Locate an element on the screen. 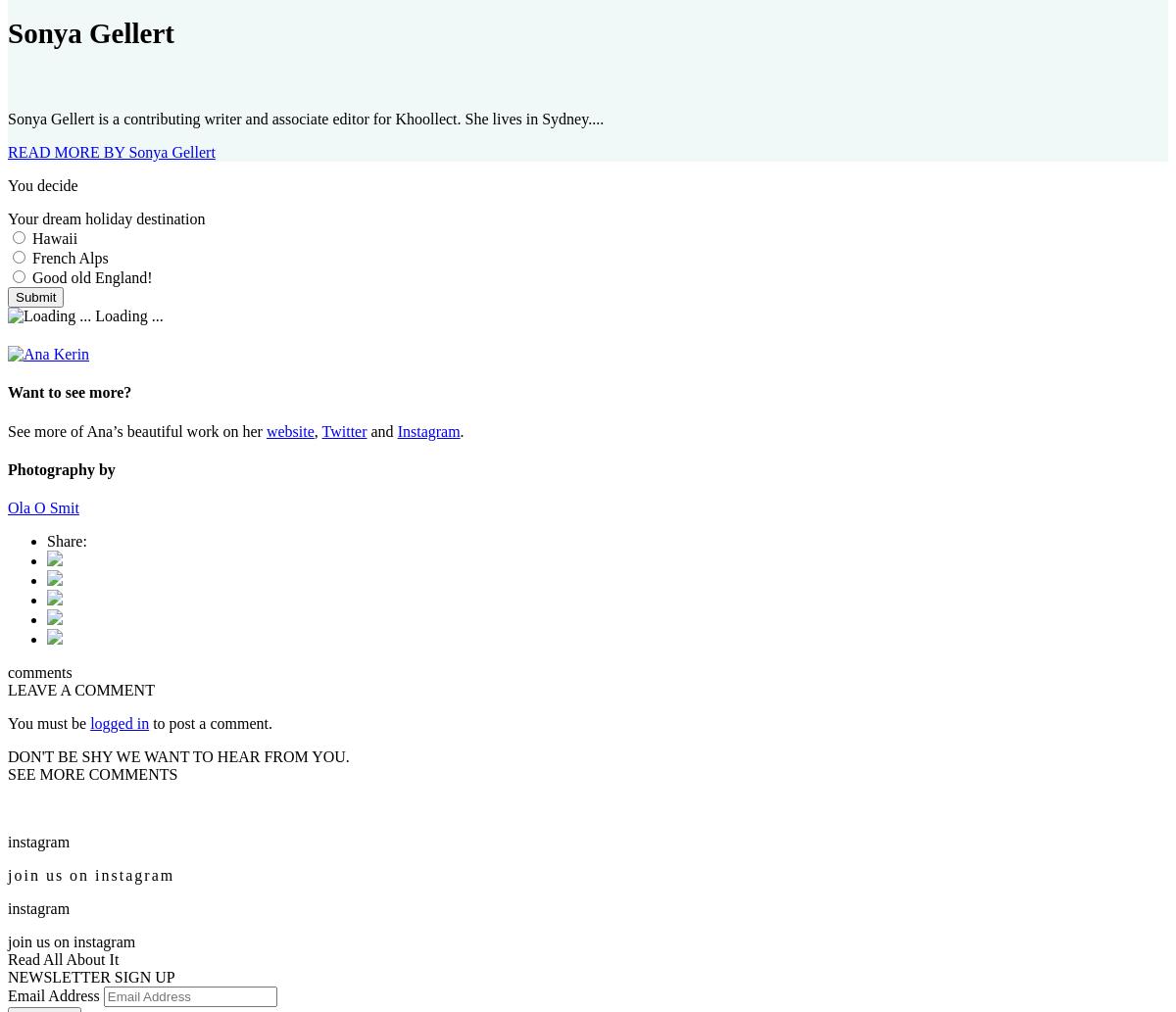 The height and width of the screenshot is (1012, 1176). 'NEWSLETTER SIGN UP' is located at coordinates (8, 976).